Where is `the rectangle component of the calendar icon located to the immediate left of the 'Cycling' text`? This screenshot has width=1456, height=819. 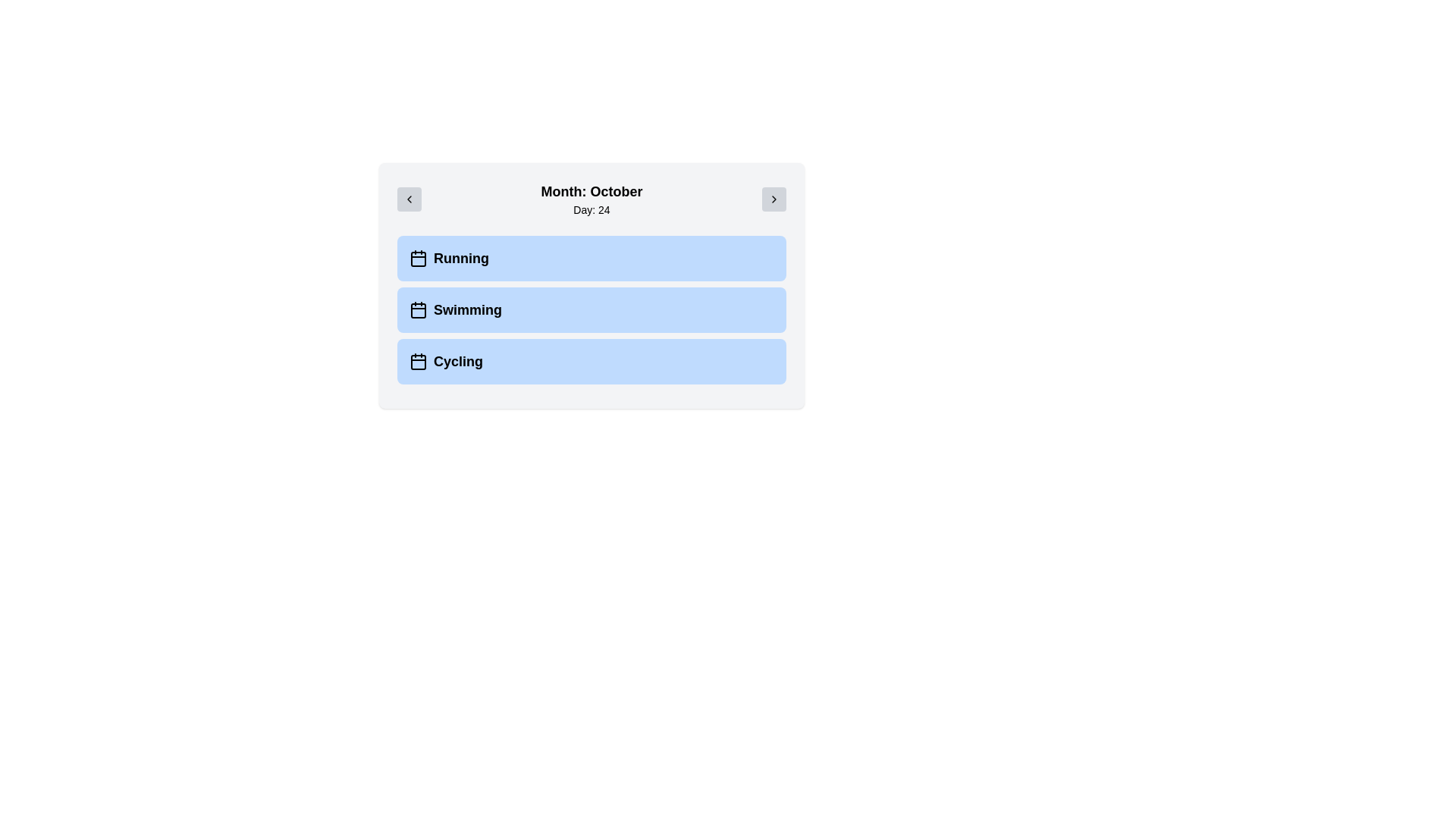
the rectangle component of the calendar icon located to the immediate left of the 'Cycling' text is located at coordinates (419, 362).